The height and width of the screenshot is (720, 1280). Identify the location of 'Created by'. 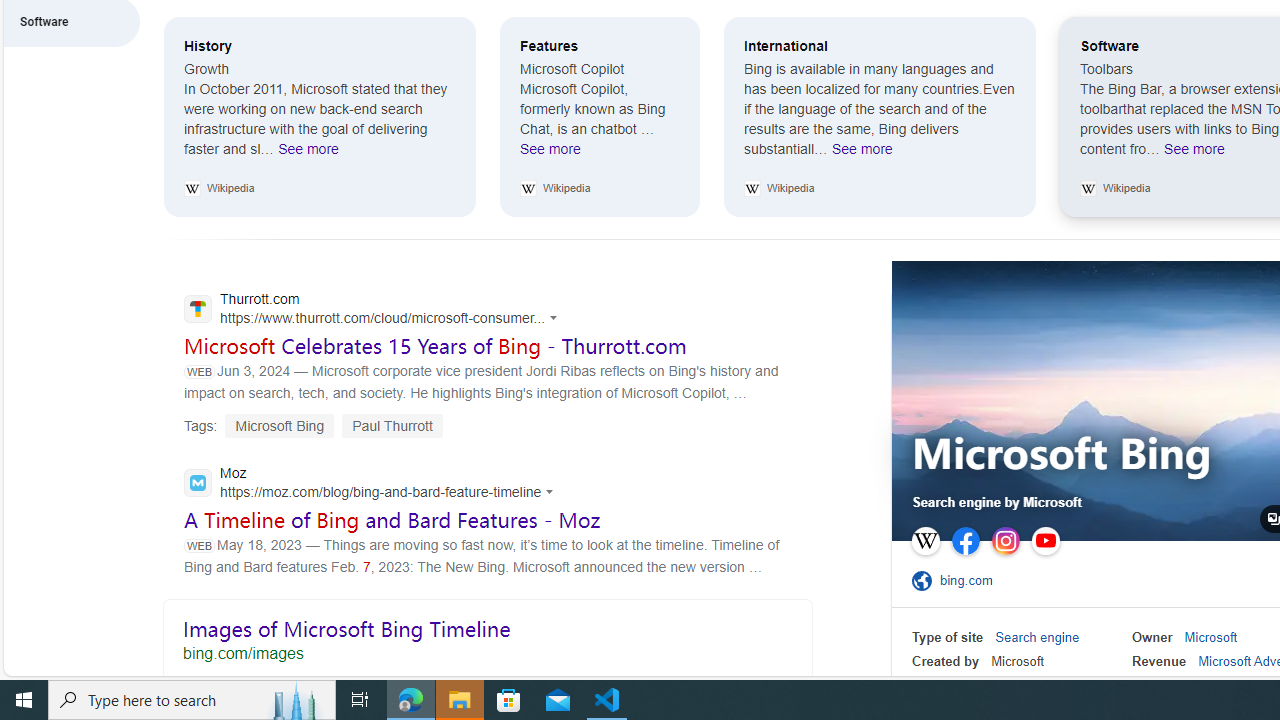
(944, 661).